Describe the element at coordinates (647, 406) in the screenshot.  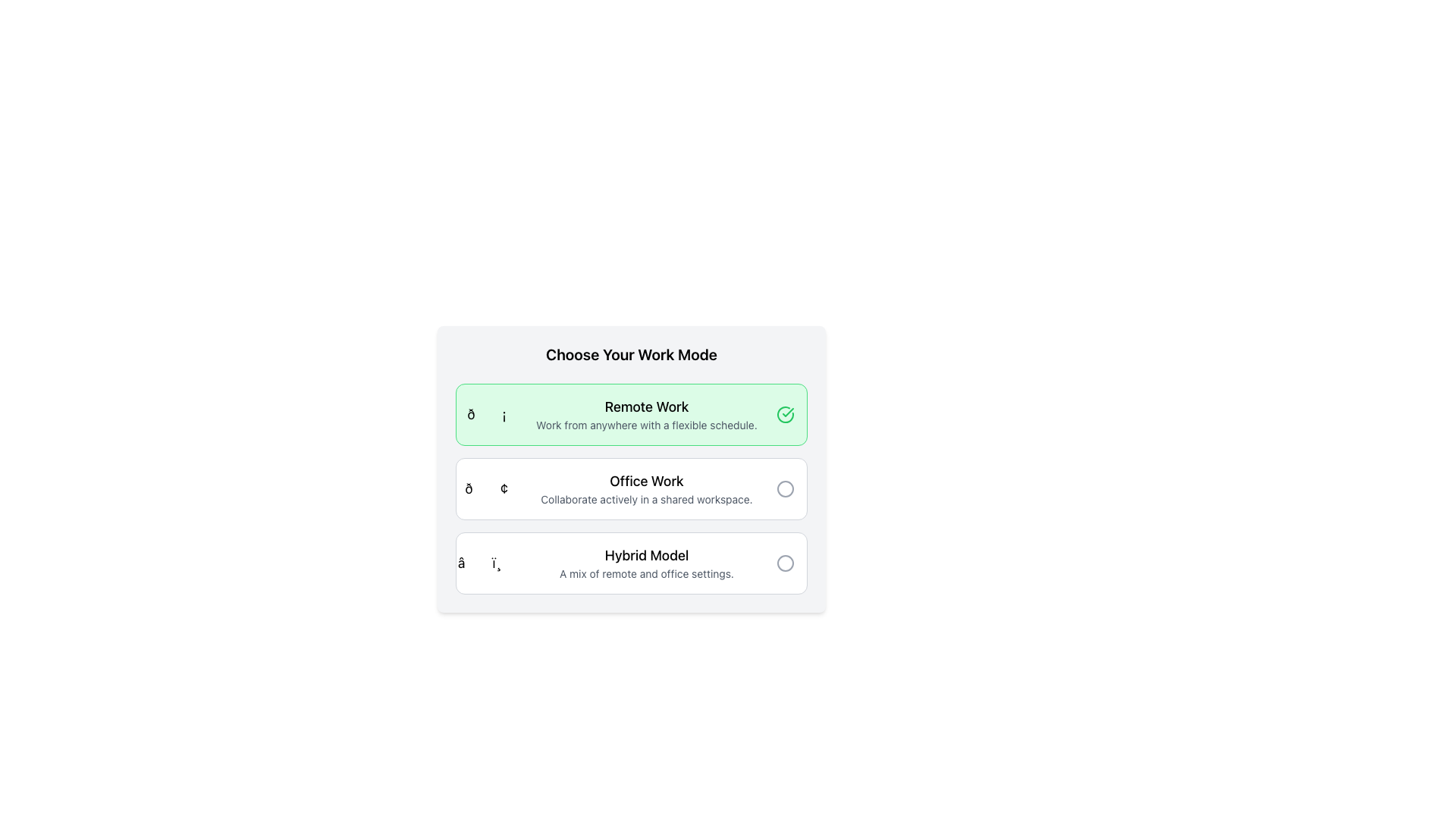
I see `the text label that identifies the first selectable work mode option, which is positioned above the smaller text line that reads 'Work from anywhere with a flexible schedule.'` at that location.